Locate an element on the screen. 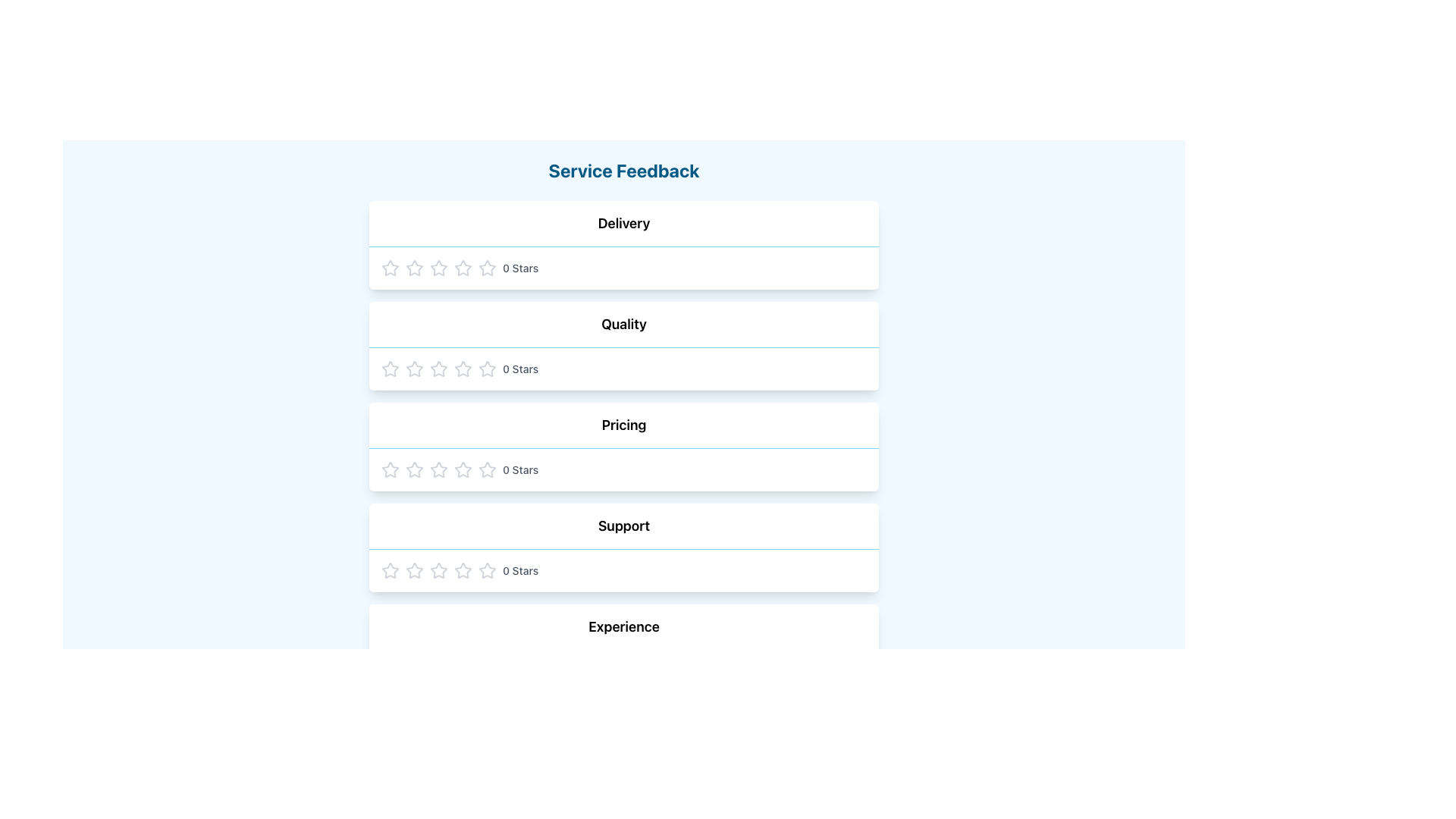 This screenshot has height=819, width=1456. the first star icon is located at coordinates (390, 369).